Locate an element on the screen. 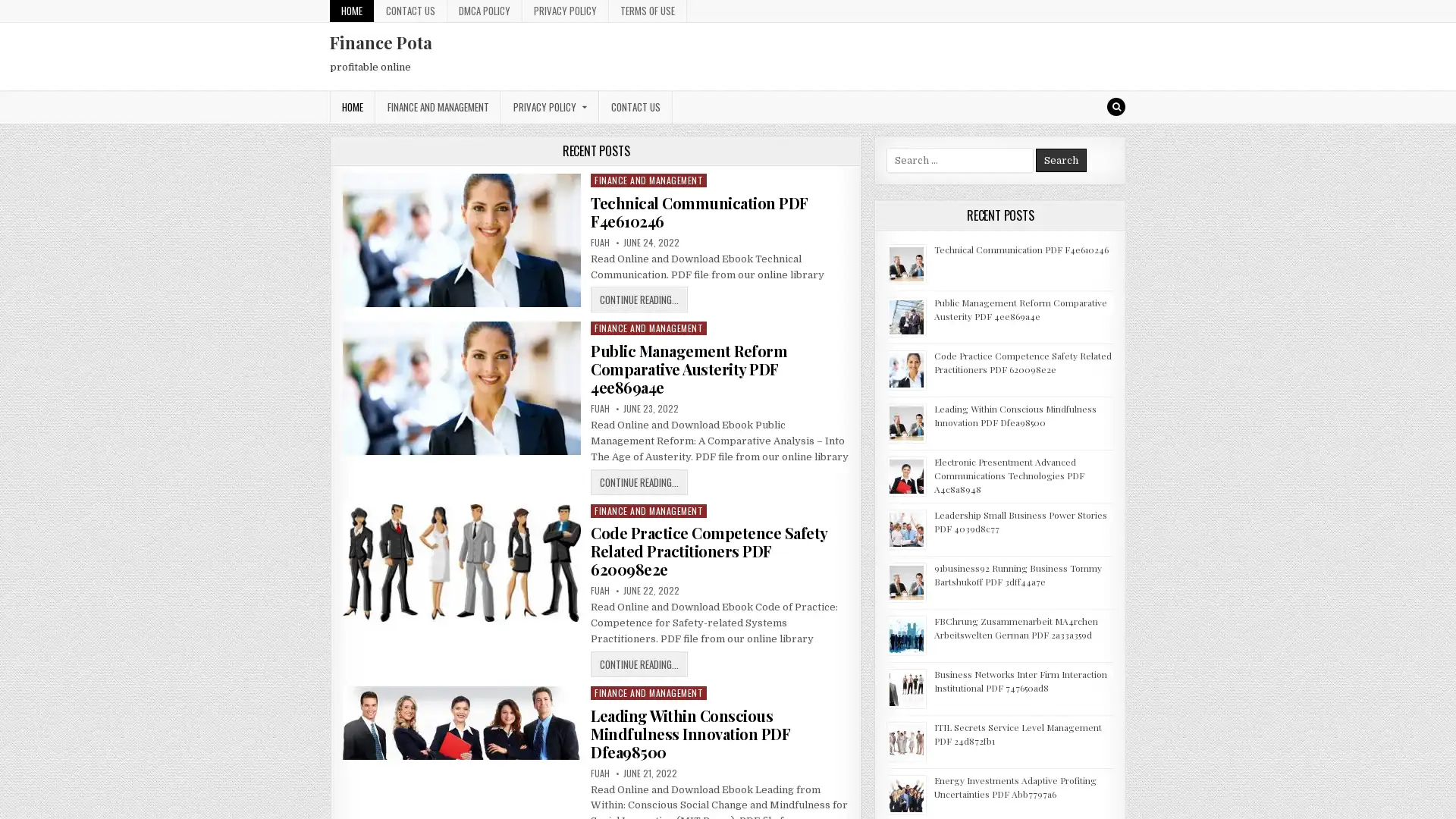 This screenshot has width=1456, height=819. Search is located at coordinates (1060, 160).